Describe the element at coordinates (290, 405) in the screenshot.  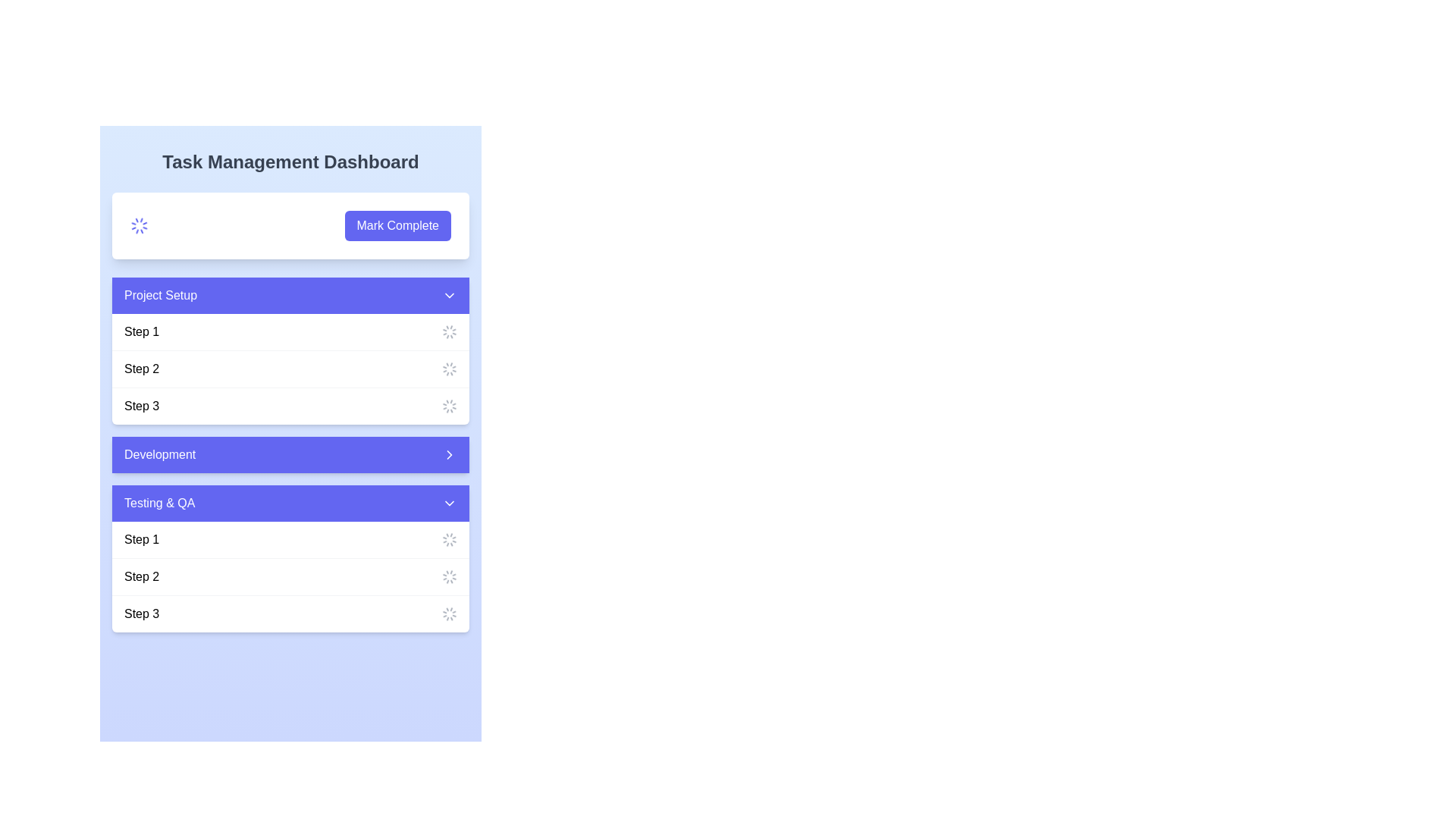
I see `the third item in the 'Project Setup' section of the task list` at that location.